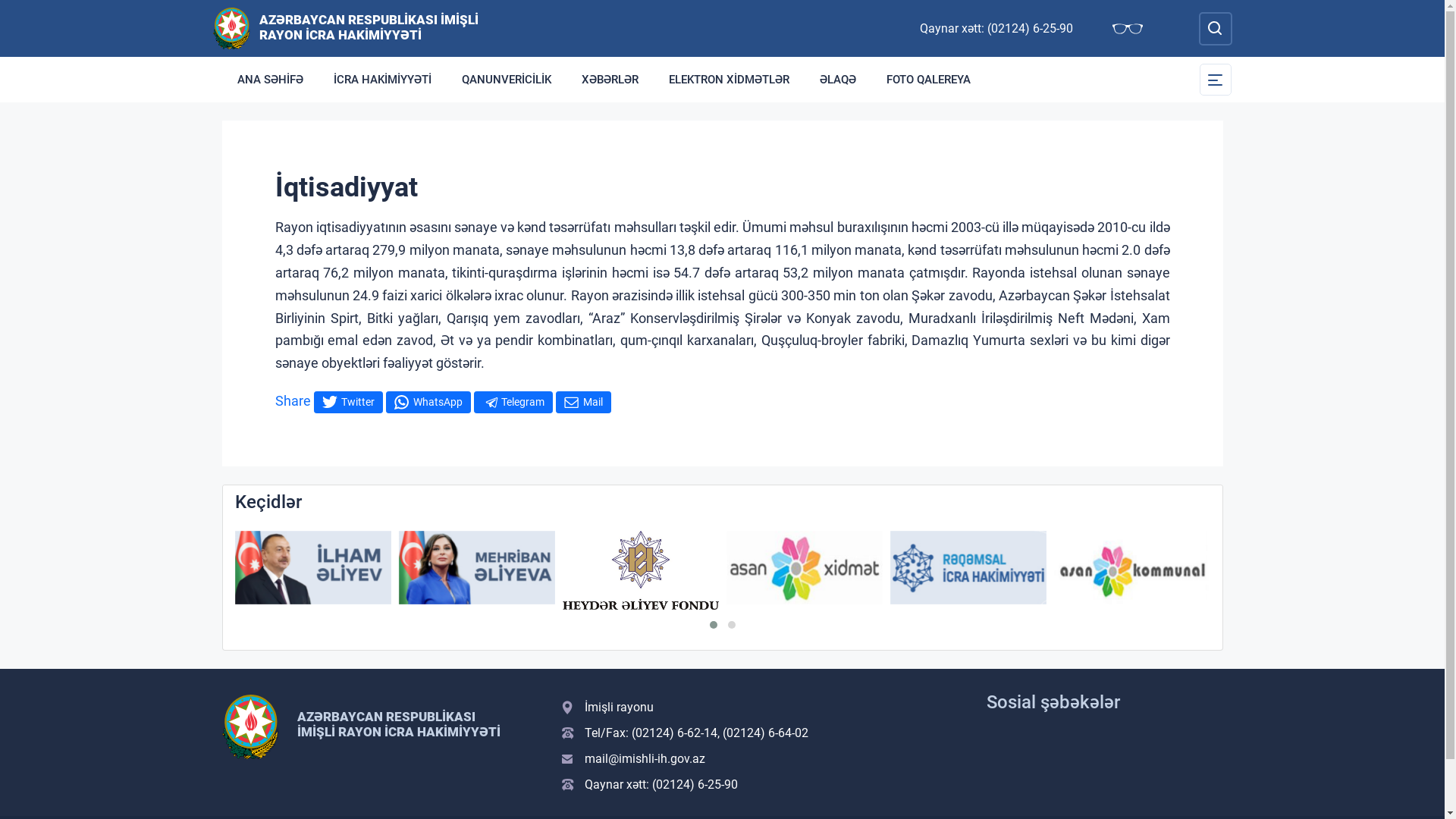 Image resolution: width=1456 pixels, height=819 pixels. What do you see at coordinates (1131, 567) in the screenshot?
I see `'Asan komunal'` at bounding box center [1131, 567].